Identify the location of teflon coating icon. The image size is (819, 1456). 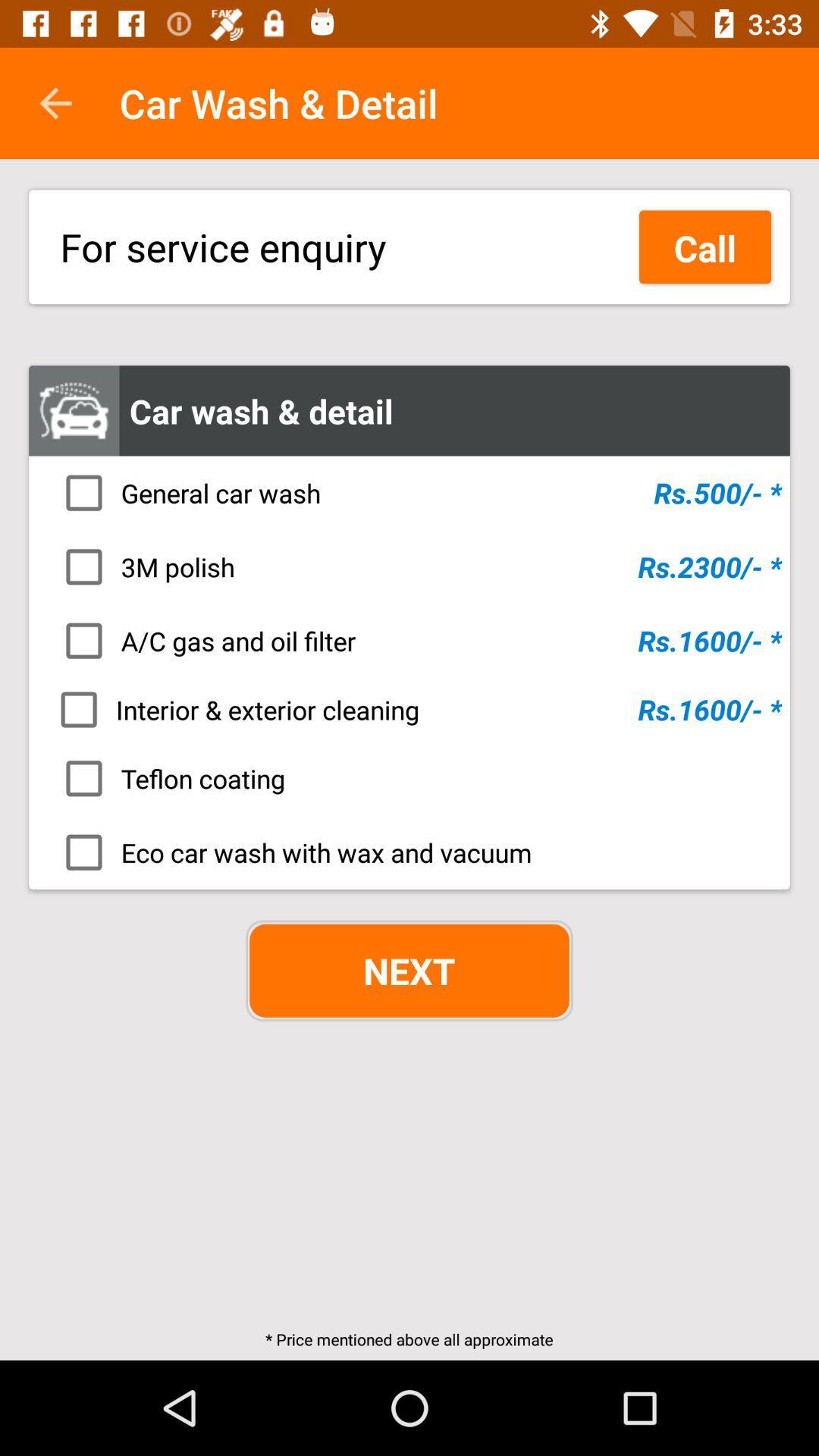
(414, 778).